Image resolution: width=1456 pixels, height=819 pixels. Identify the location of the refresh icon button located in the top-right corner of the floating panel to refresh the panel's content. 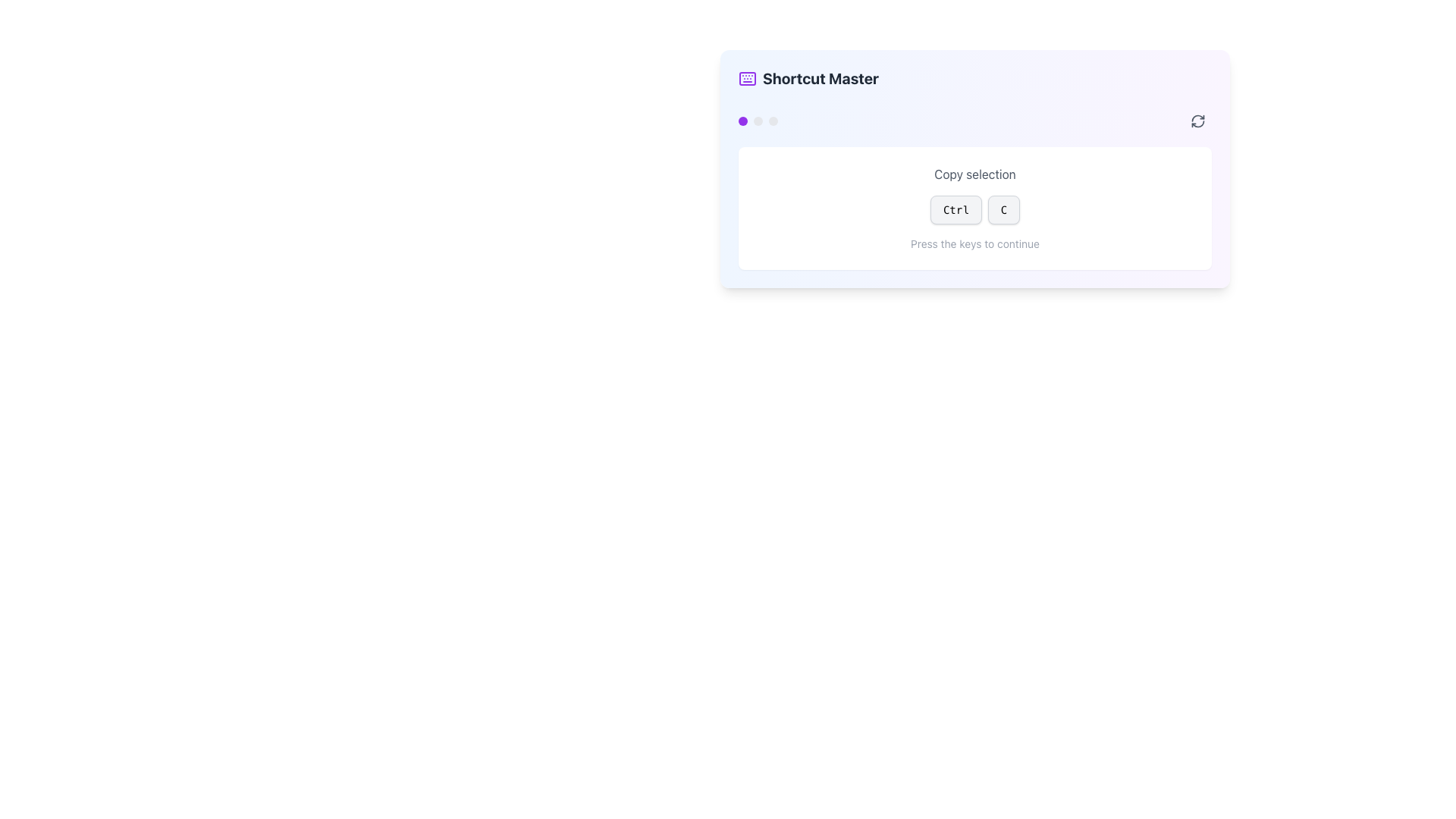
(1197, 120).